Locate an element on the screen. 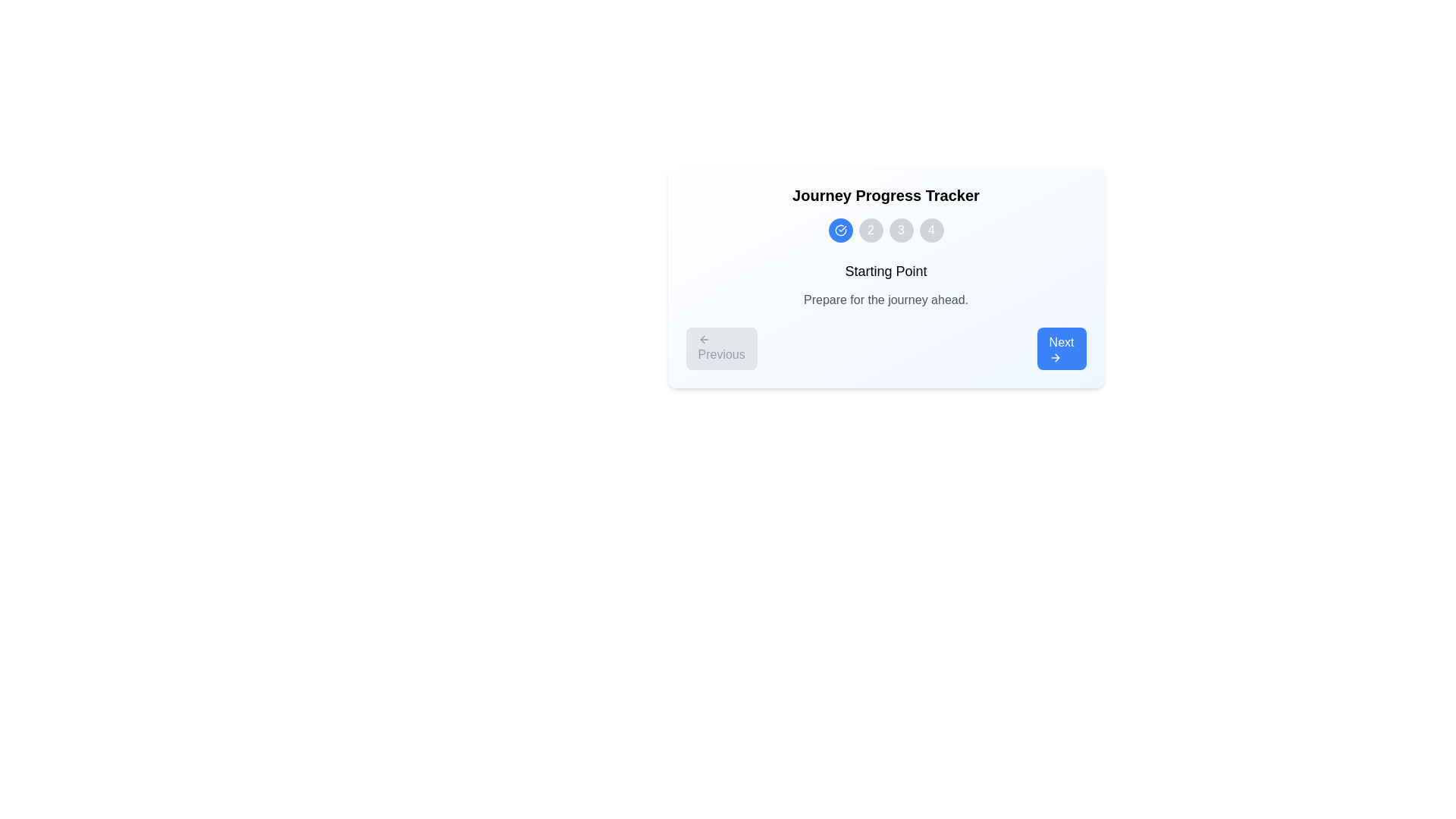 This screenshot has height=819, width=1456. the second circular progress step indicator, which is located to the right of the blue active indicator and to the left of the gray indicator labeled '3' is located at coordinates (871, 231).